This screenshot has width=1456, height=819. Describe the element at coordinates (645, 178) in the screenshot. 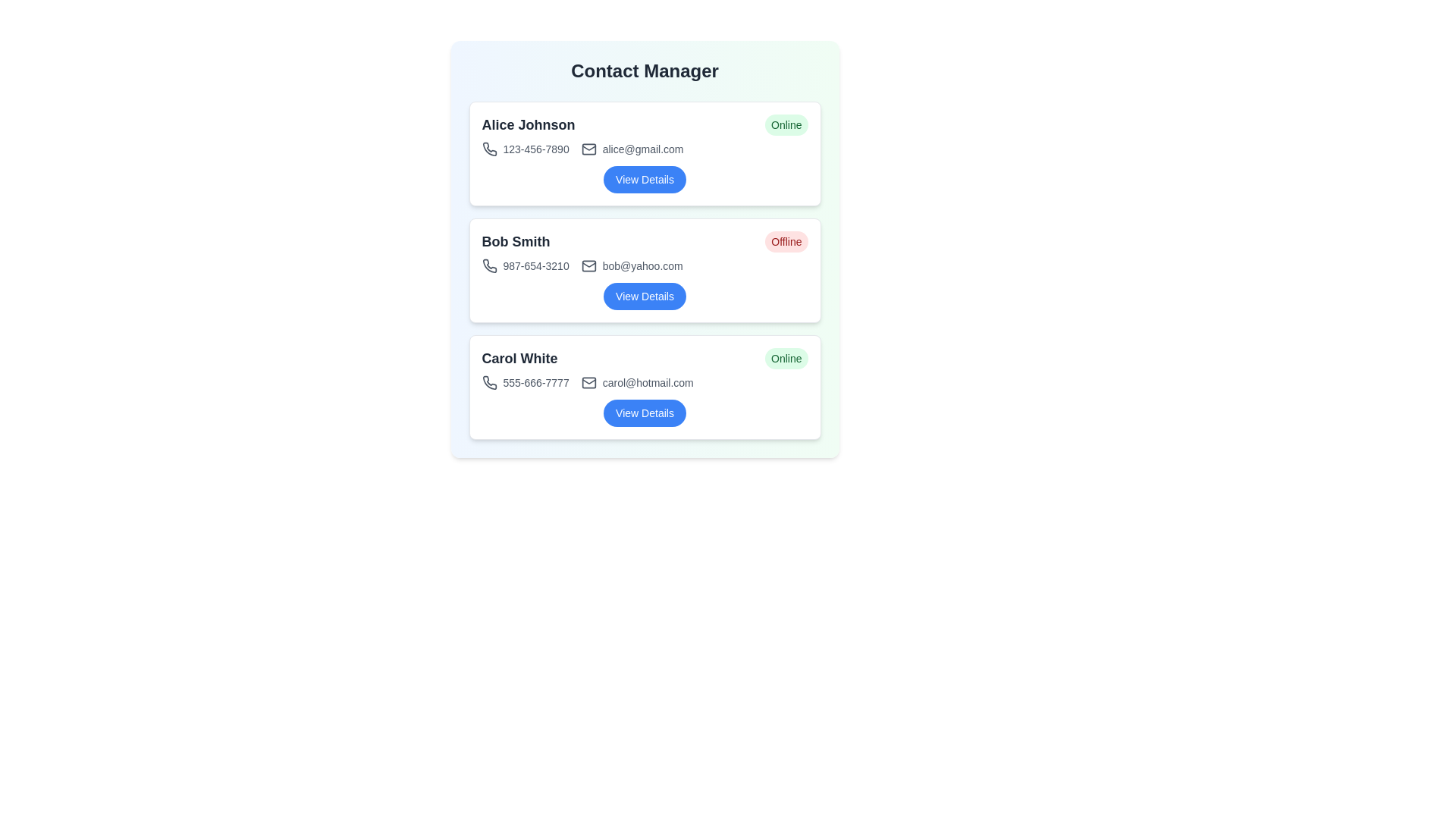

I see `the 'View Details' button for the contact identified by Alice Johnson` at that location.